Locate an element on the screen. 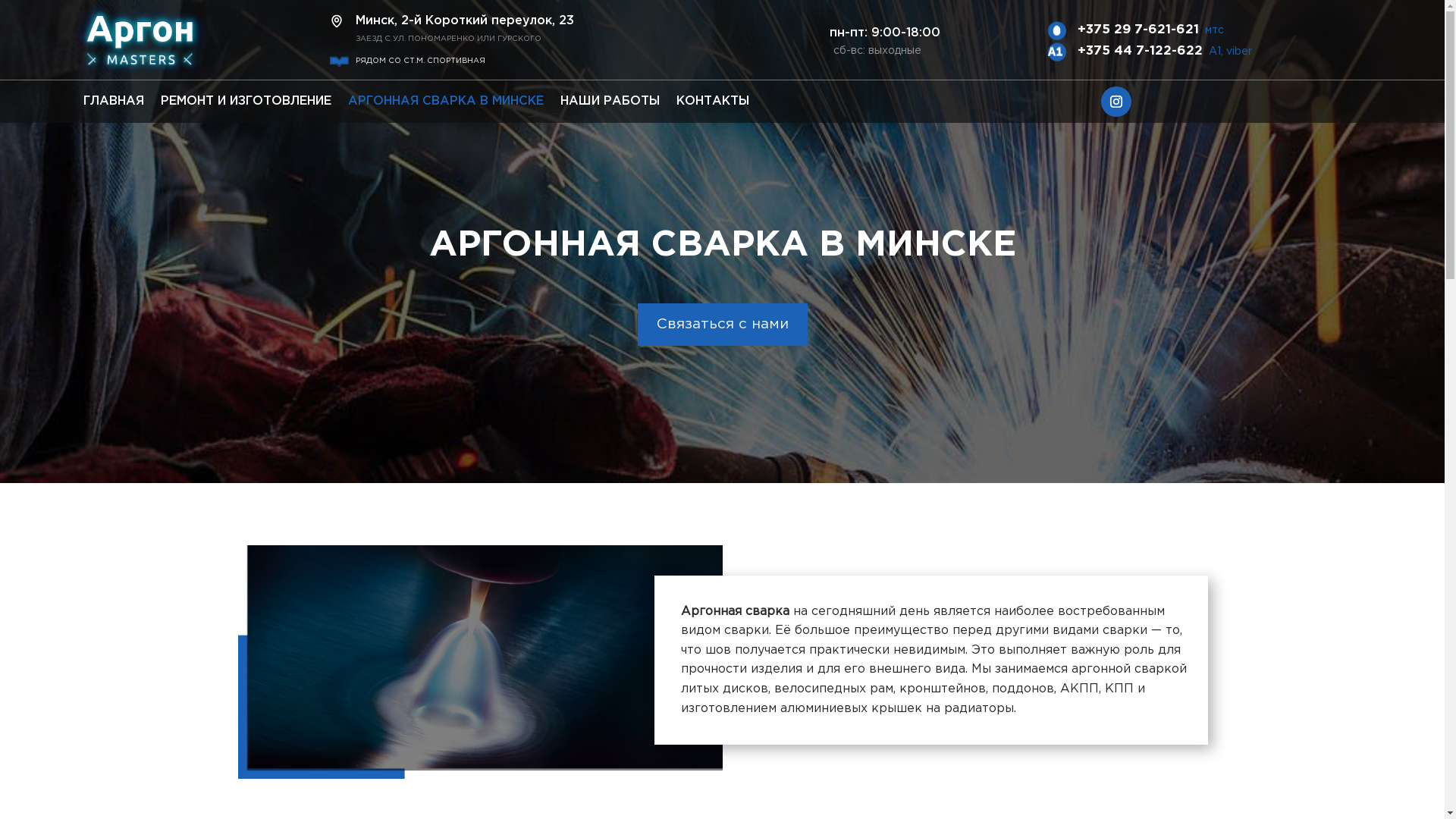  '+375 44 7-122-622' is located at coordinates (1140, 50).